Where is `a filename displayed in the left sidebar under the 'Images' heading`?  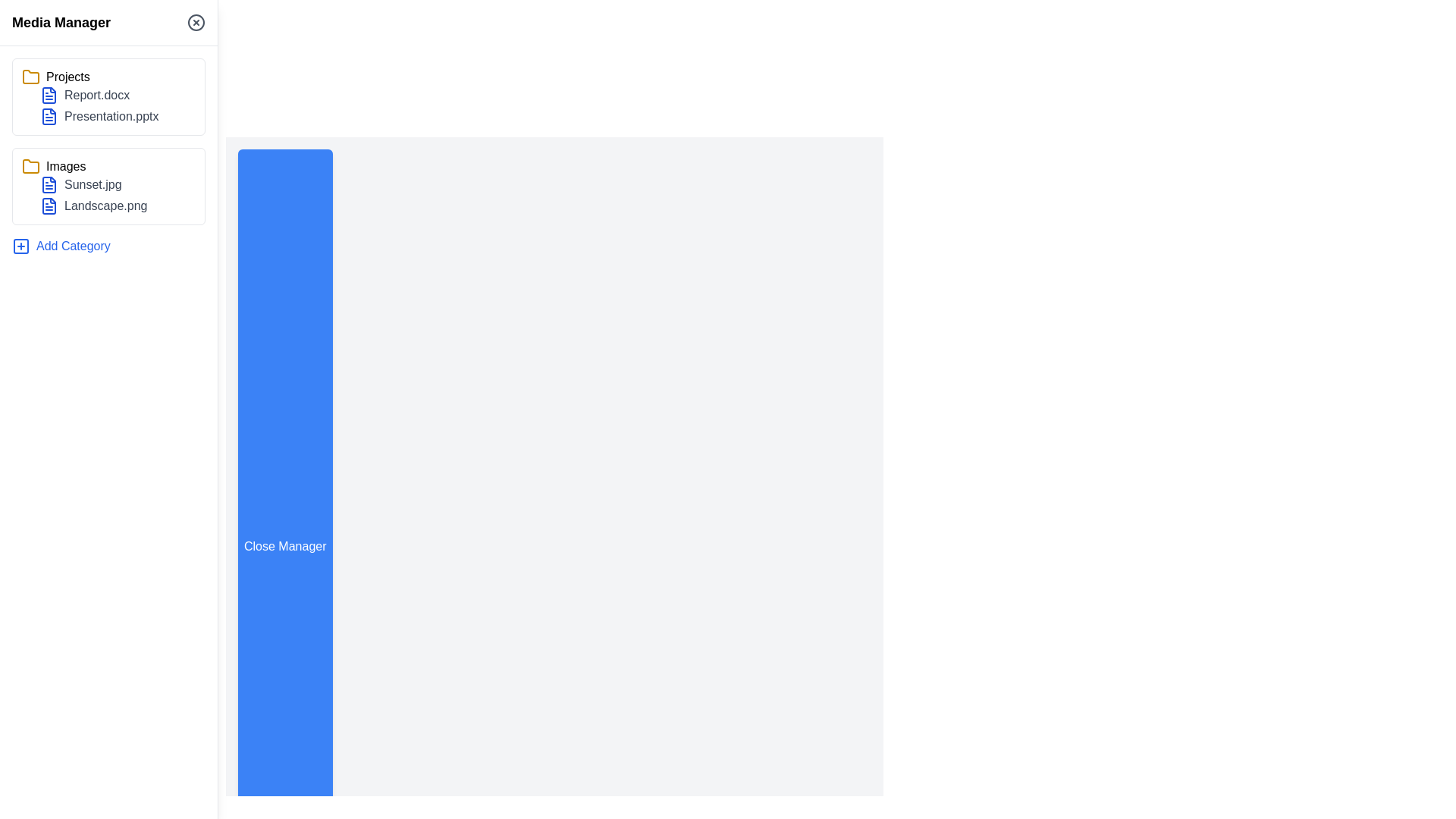 a filename displayed in the left sidebar under the 'Images' heading is located at coordinates (108, 195).